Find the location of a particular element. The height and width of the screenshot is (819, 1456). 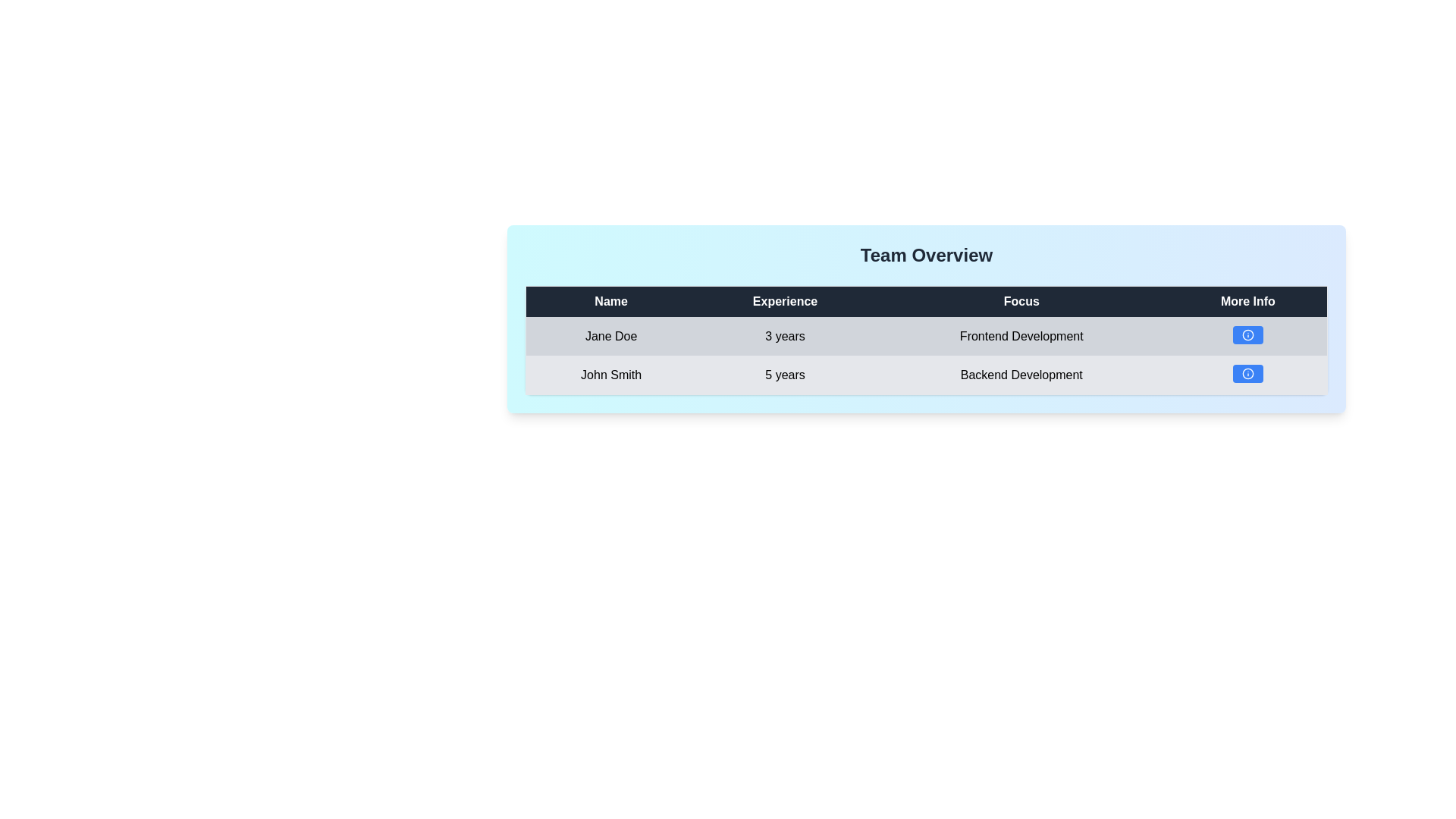

the Text Display element that shows the experience duration for the individual listed as 'Jane Doe' in the table under the 'Experience' header is located at coordinates (785, 335).